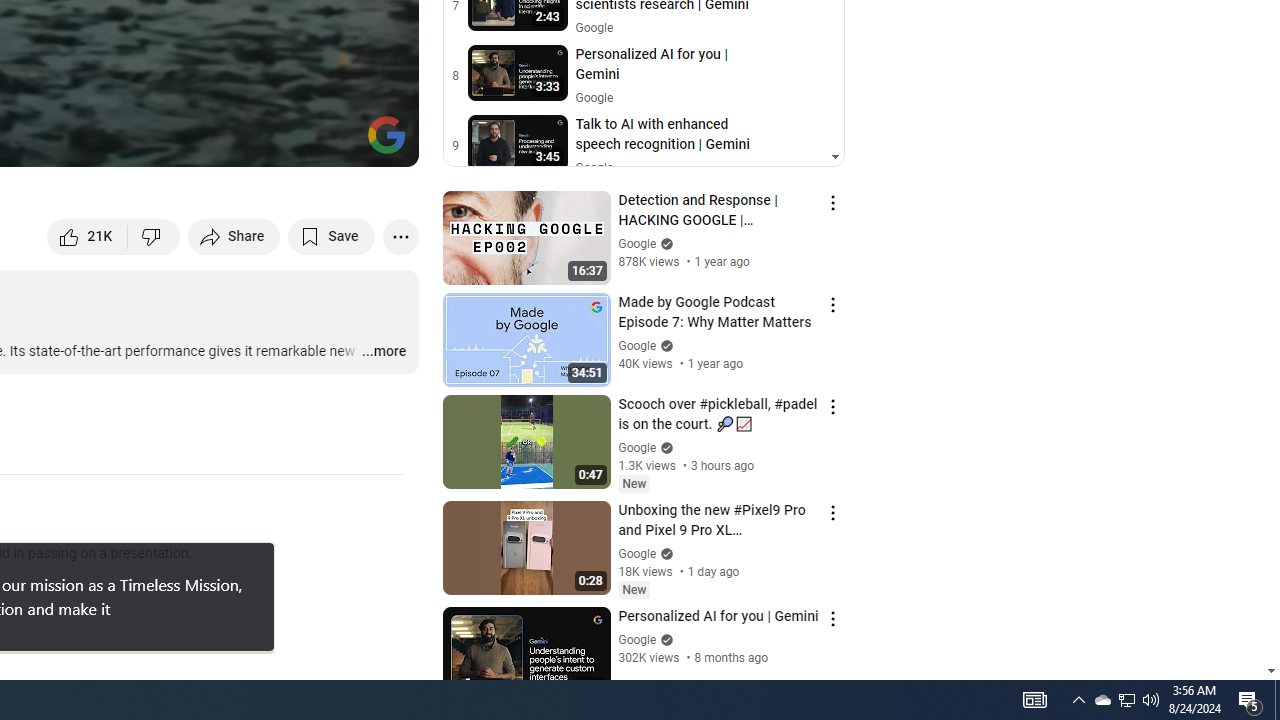 This screenshot has width=1280, height=720. I want to click on 'More actions', so click(400, 235).